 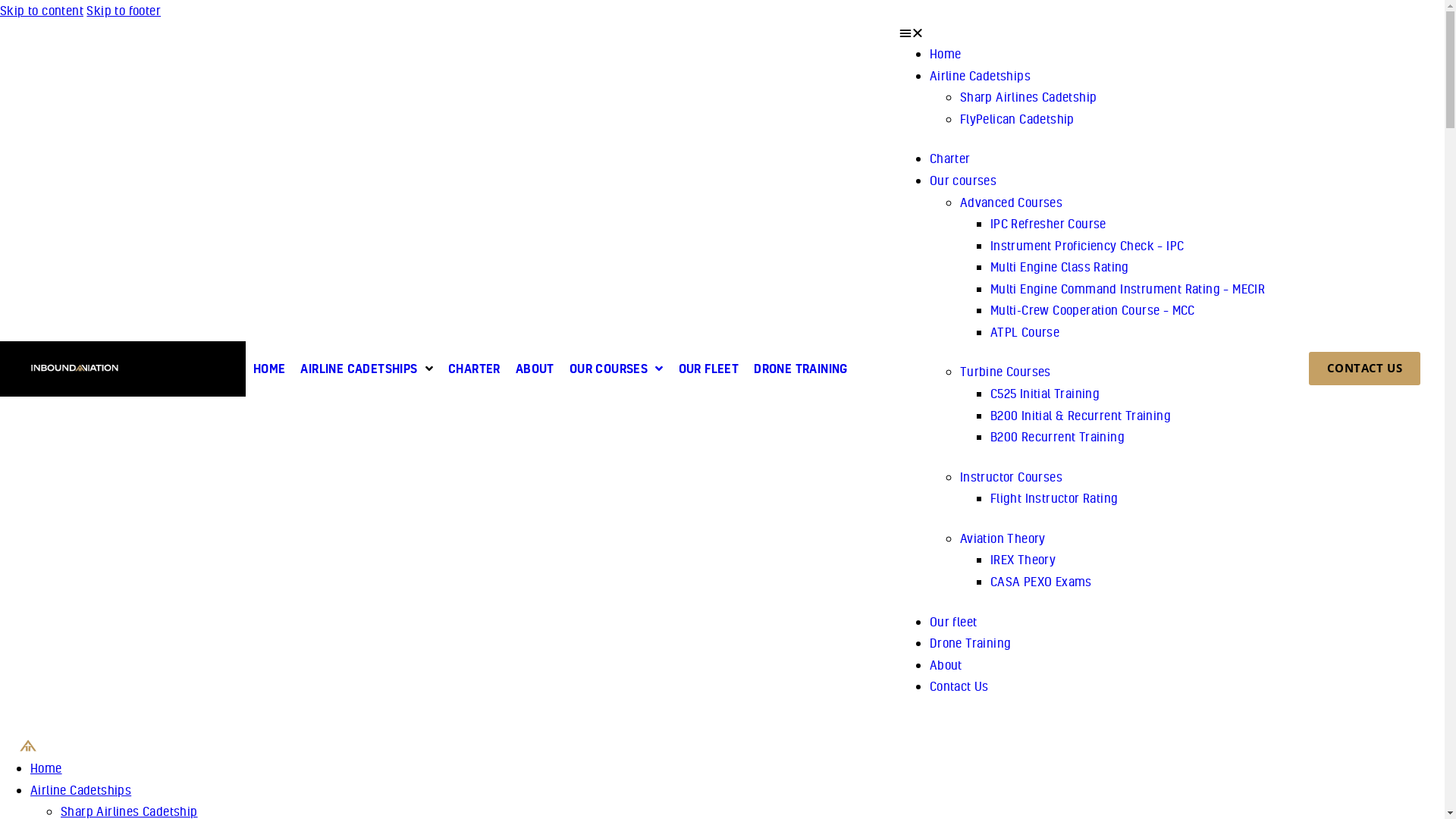 What do you see at coordinates (1059, 265) in the screenshot?
I see `'Multi Engine Class Rating'` at bounding box center [1059, 265].